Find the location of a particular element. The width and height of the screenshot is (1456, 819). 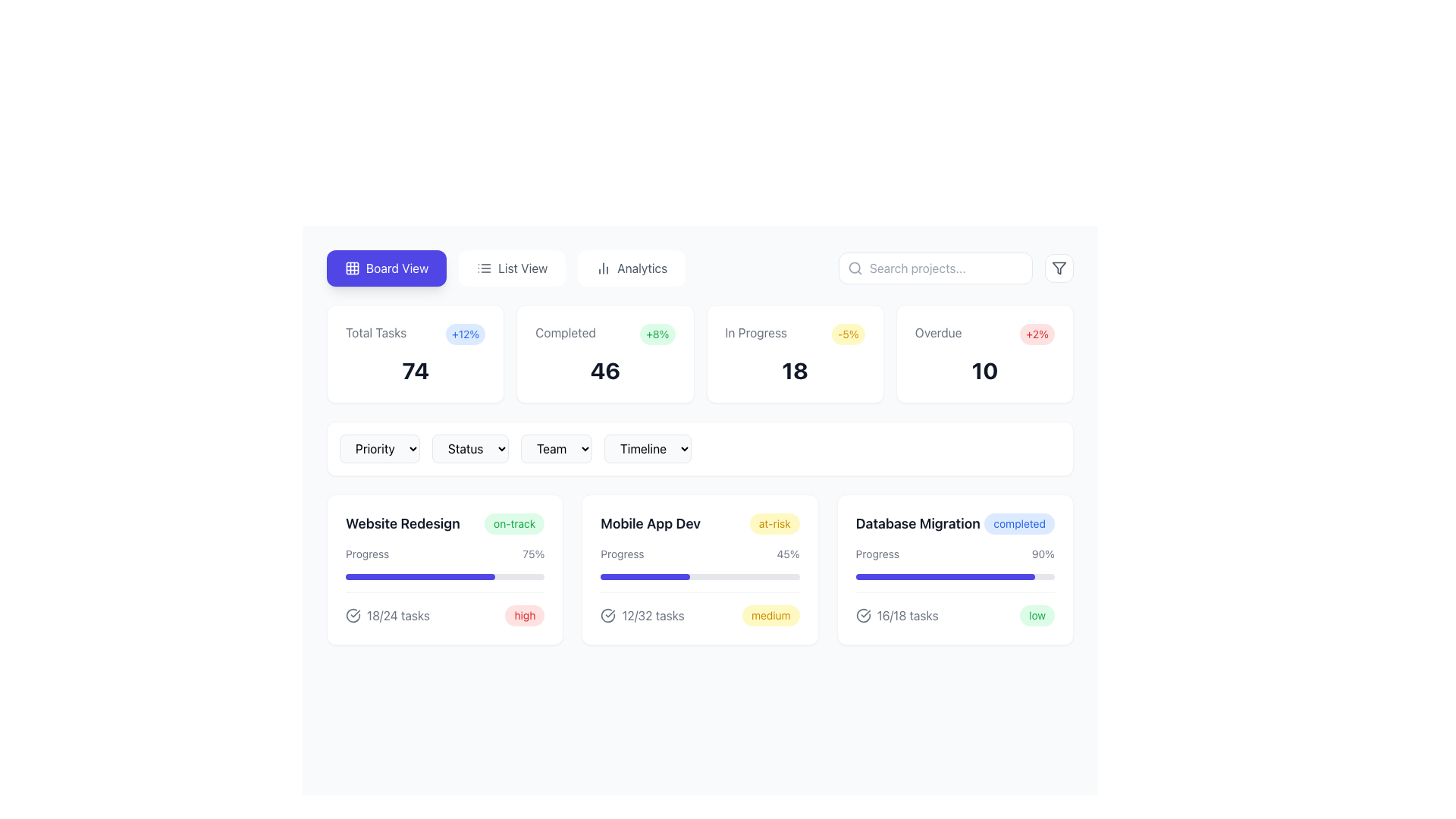

the static text label that indicates the progress for the 'Mobile App Dev' task, located to the left of the '45%' percentage text within the second column of the three-card layout is located at coordinates (622, 554).